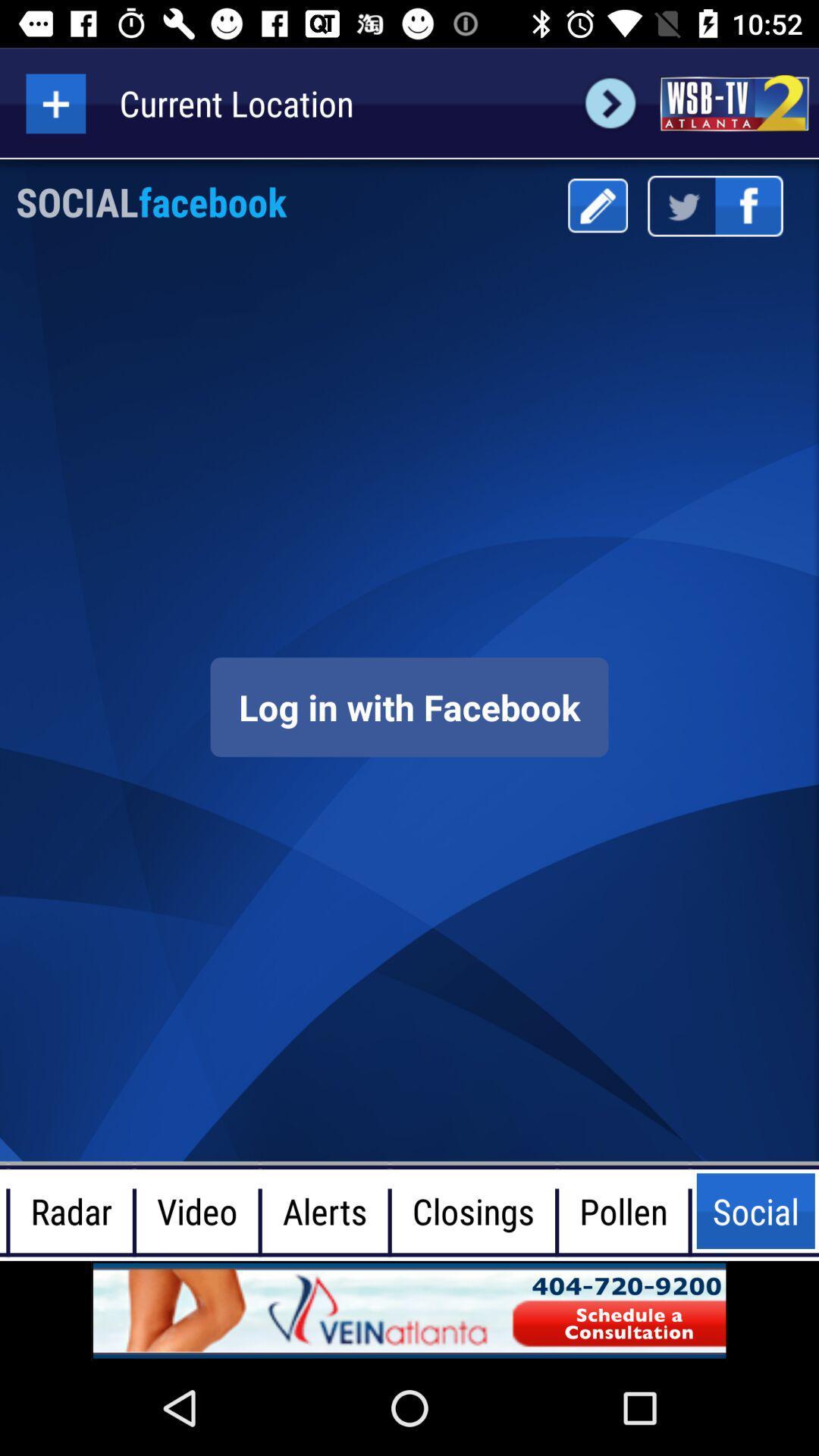 The height and width of the screenshot is (1456, 819). I want to click on location, so click(55, 102).